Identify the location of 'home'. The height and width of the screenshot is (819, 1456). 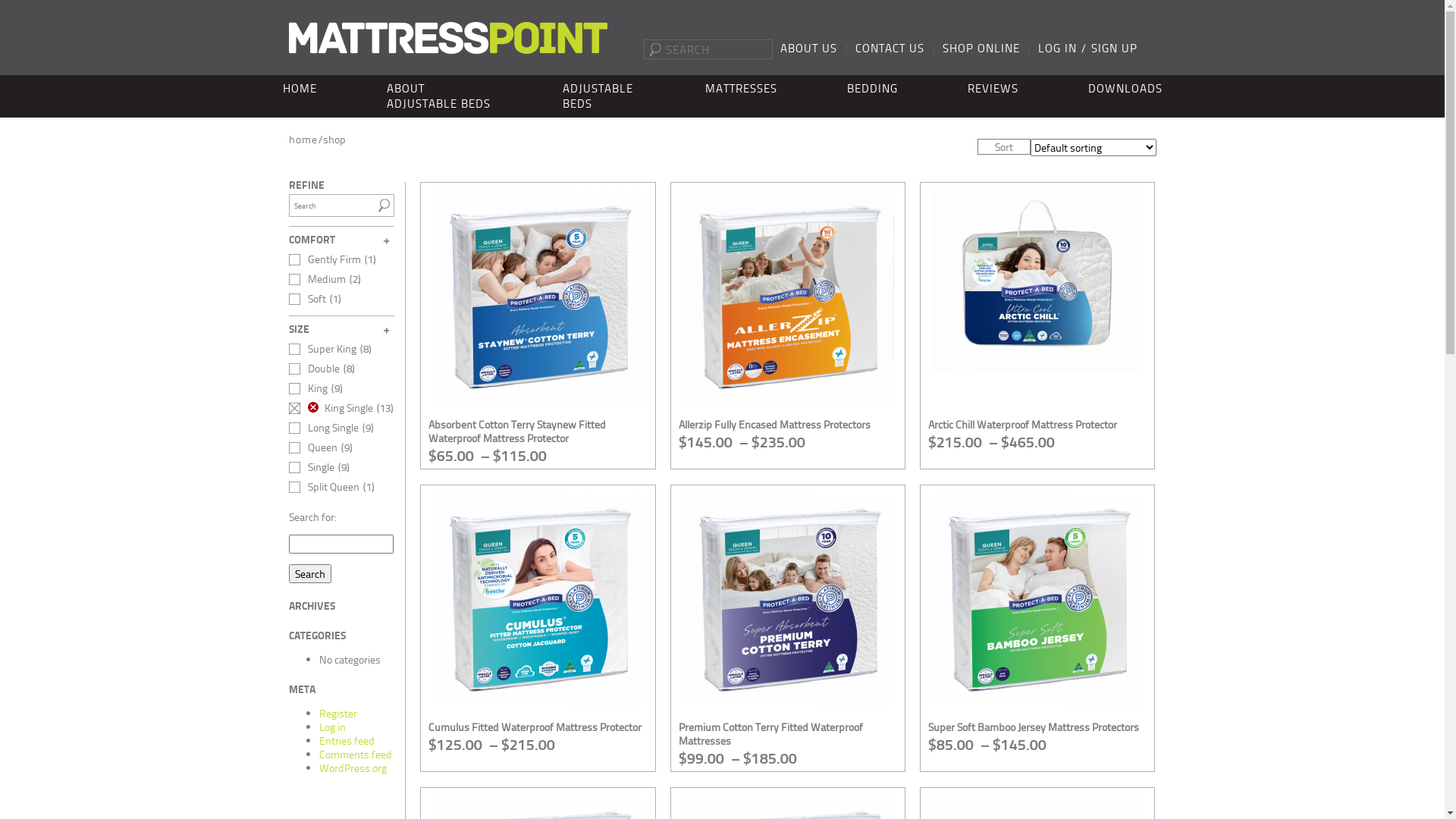
(287, 139).